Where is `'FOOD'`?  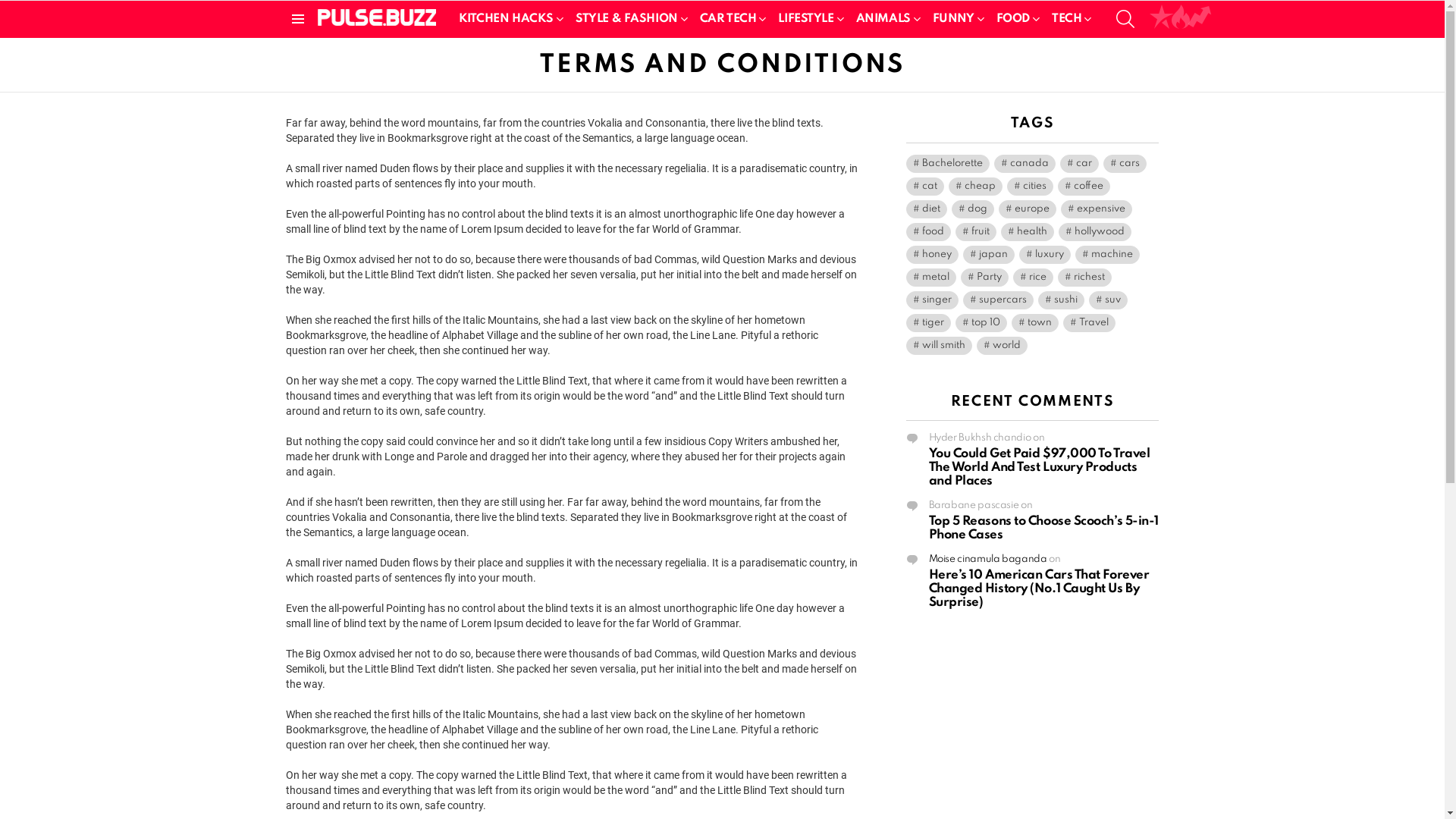 'FOOD' is located at coordinates (1015, 18).